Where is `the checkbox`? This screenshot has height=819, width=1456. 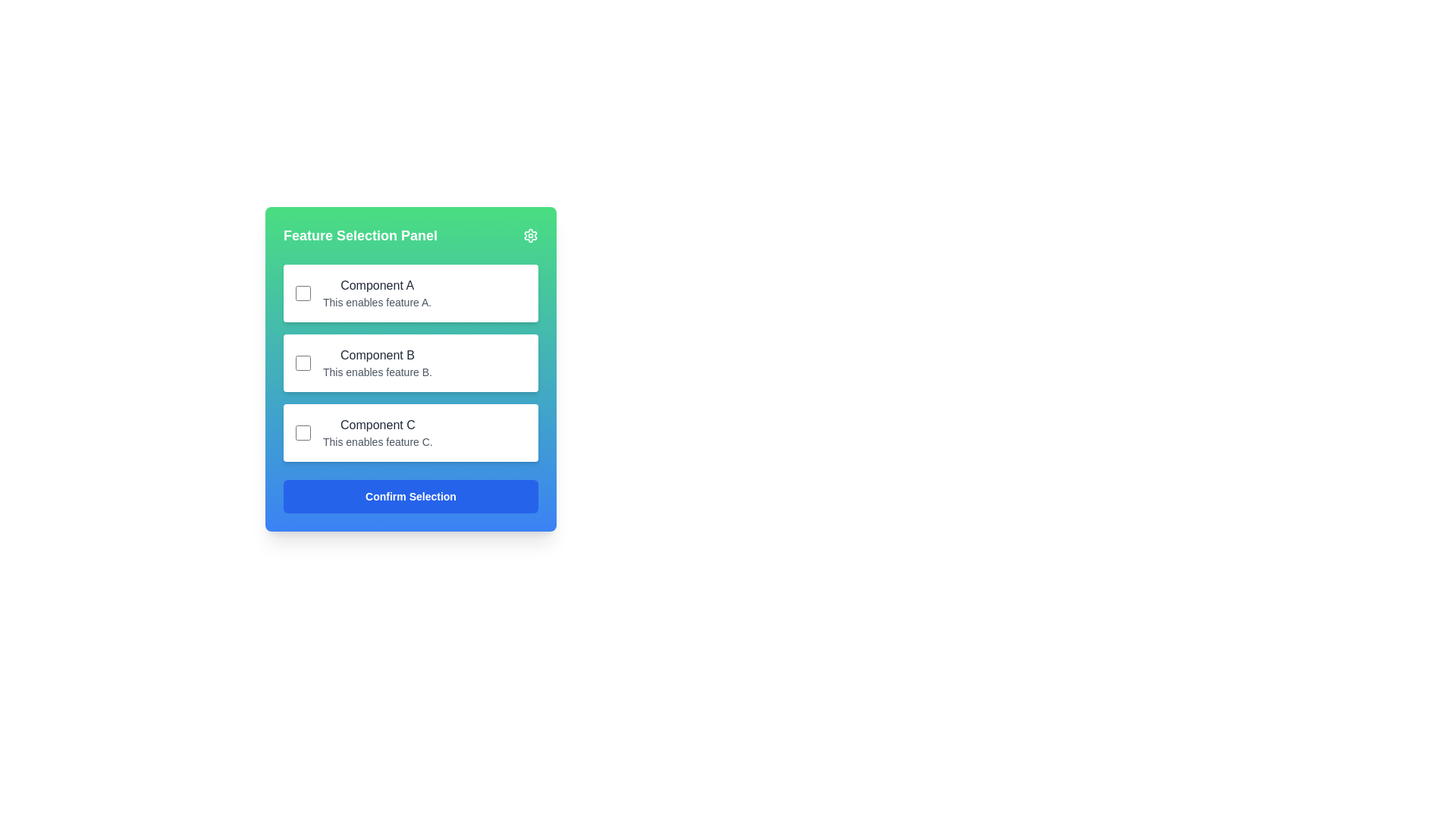
the checkbox is located at coordinates (303, 293).